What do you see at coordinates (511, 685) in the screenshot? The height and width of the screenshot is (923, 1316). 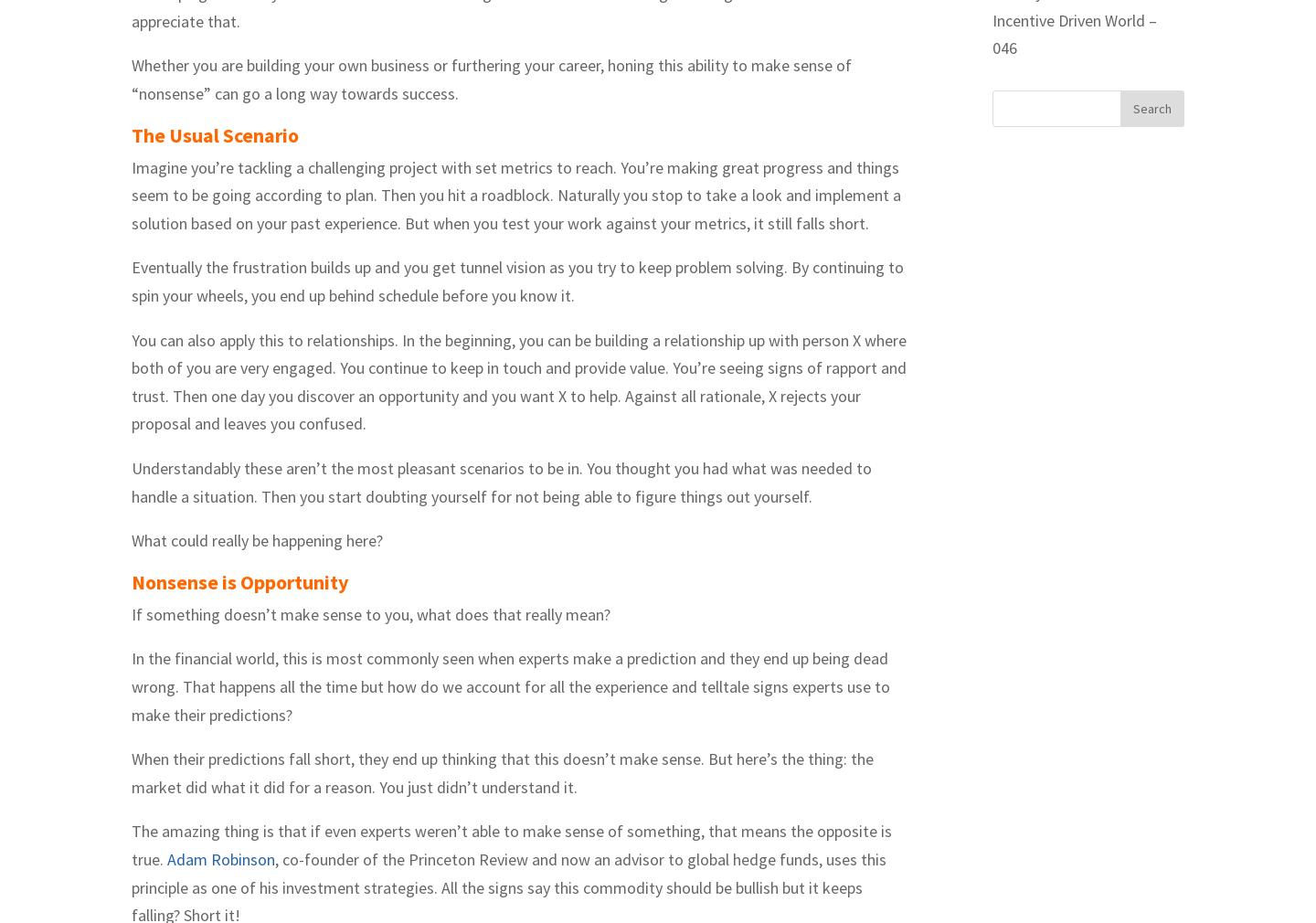 I see `'In the financial world, this is most commonly seen when experts make a prediction and they end up being dead wrong. That happens all the time but how do we account for all the experience and telltale signs experts use to make their predictions?'` at bounding box center [511, 685].